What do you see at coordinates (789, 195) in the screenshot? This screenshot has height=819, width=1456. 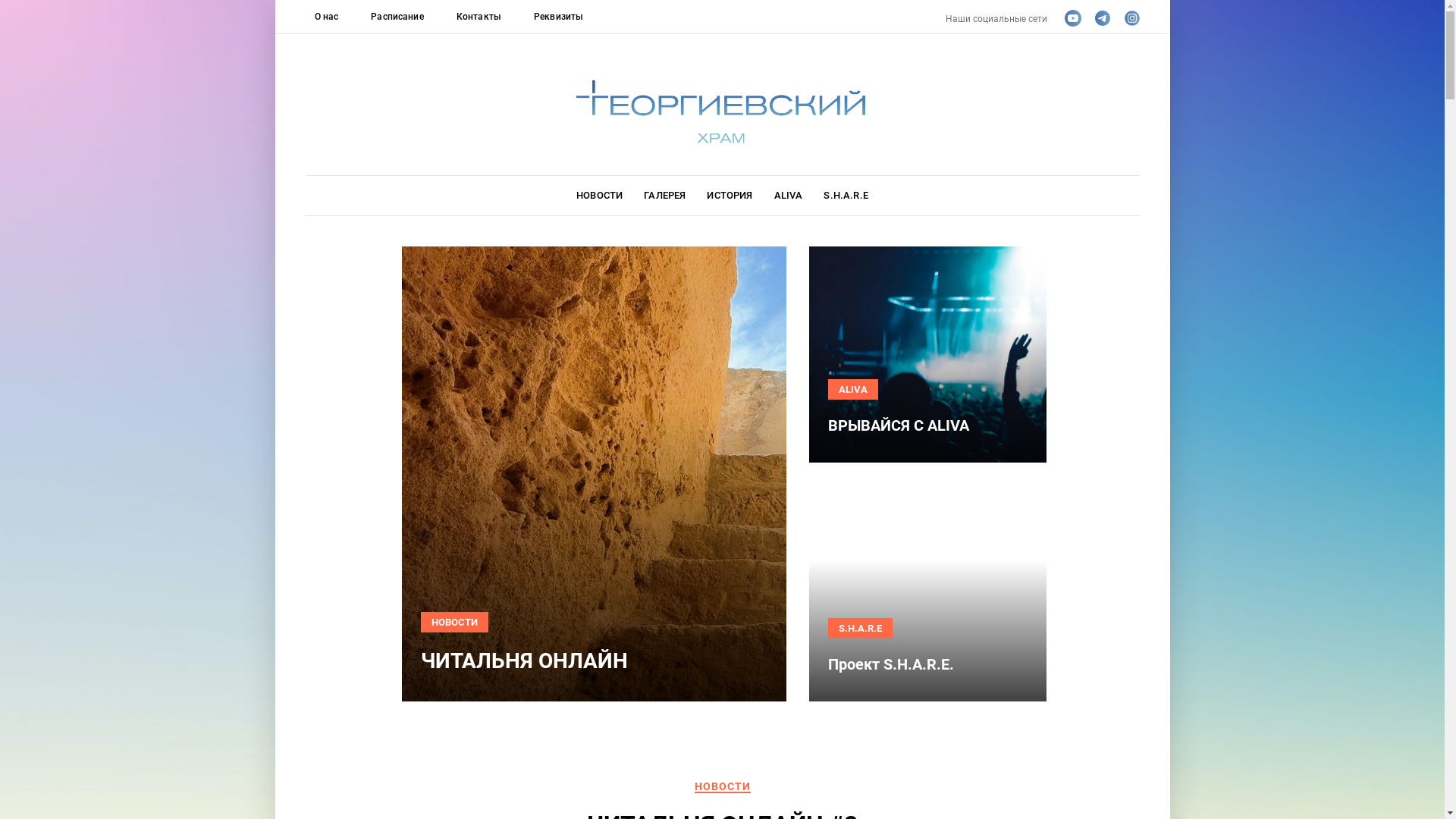 I see `'ALIVA'` at bounding box center [789, 195].